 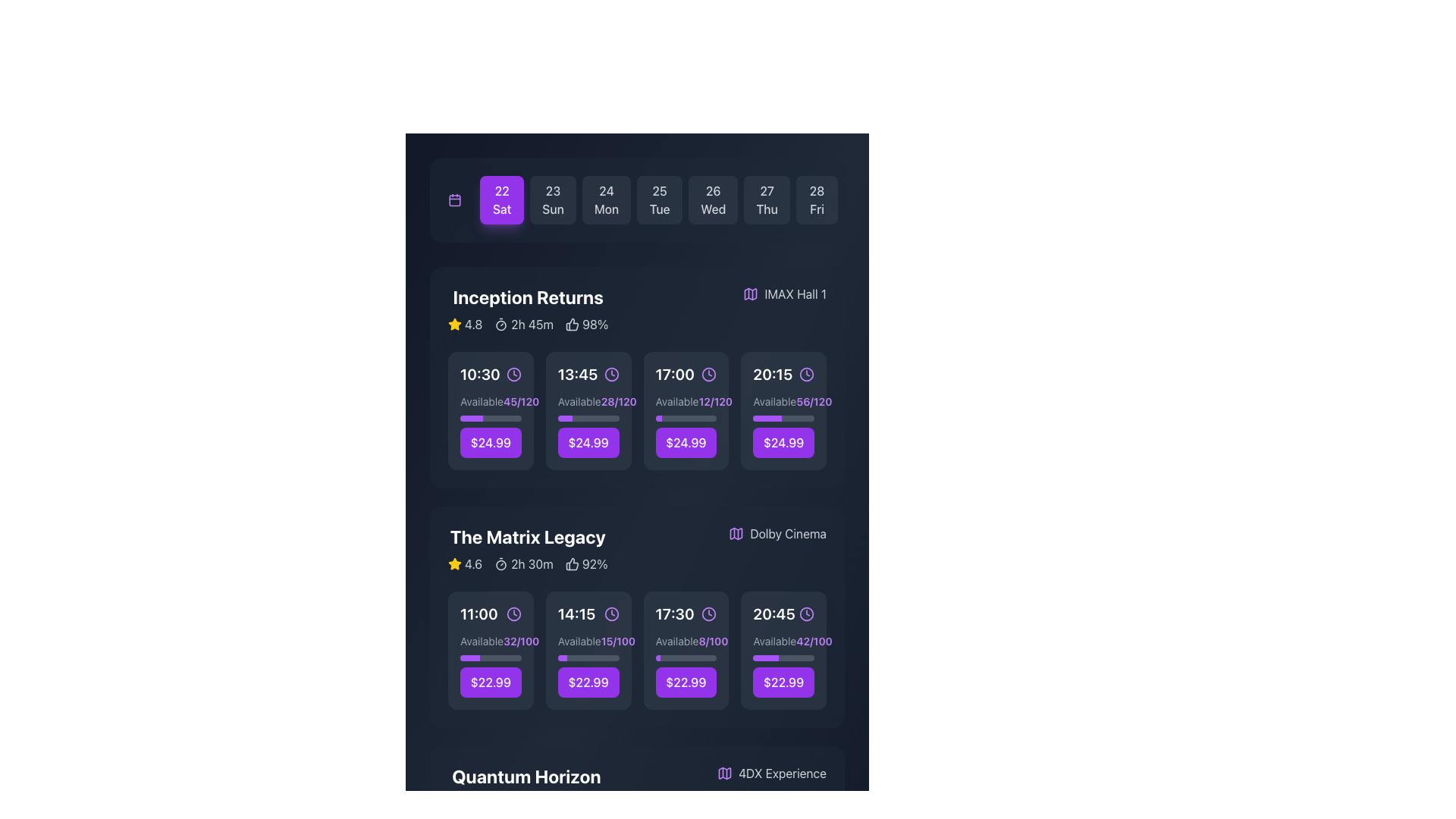 I want to click on the content of the Text label indicating available and total seats for the selected movie time slot for 'The Matrix Legacy', positioned above the purple availability bar and below the time slot '17:30', so click(x=685, y=641).